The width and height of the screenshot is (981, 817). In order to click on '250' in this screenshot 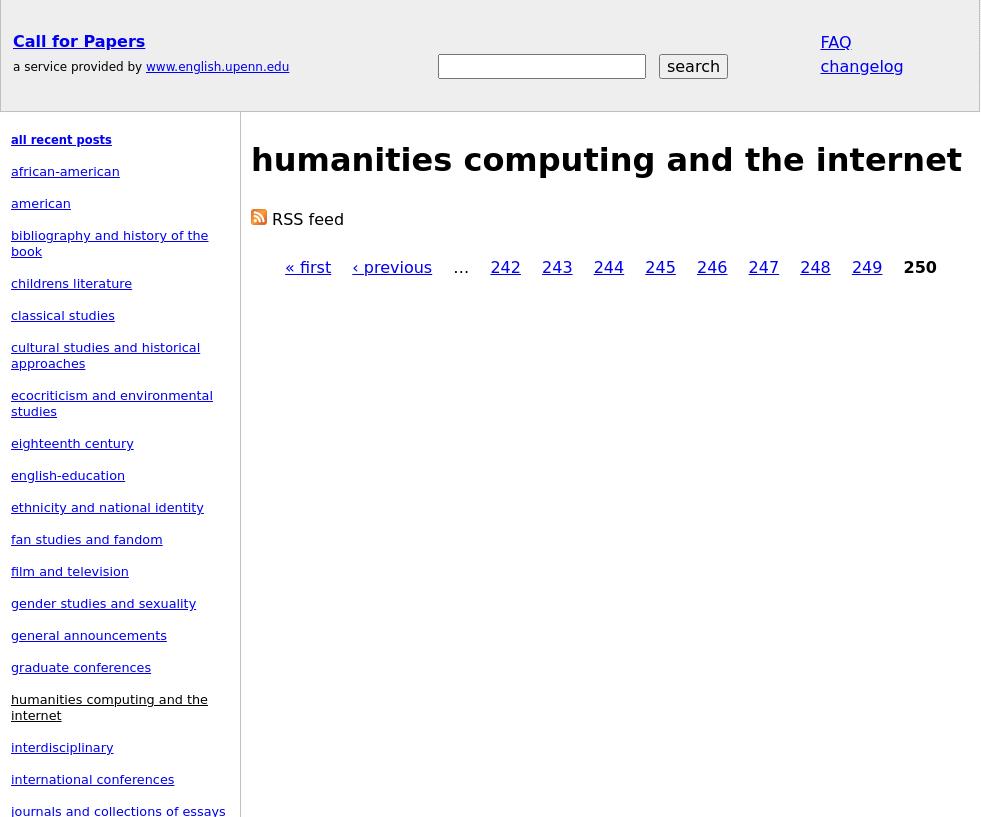, I will do `click(919, 267)`.